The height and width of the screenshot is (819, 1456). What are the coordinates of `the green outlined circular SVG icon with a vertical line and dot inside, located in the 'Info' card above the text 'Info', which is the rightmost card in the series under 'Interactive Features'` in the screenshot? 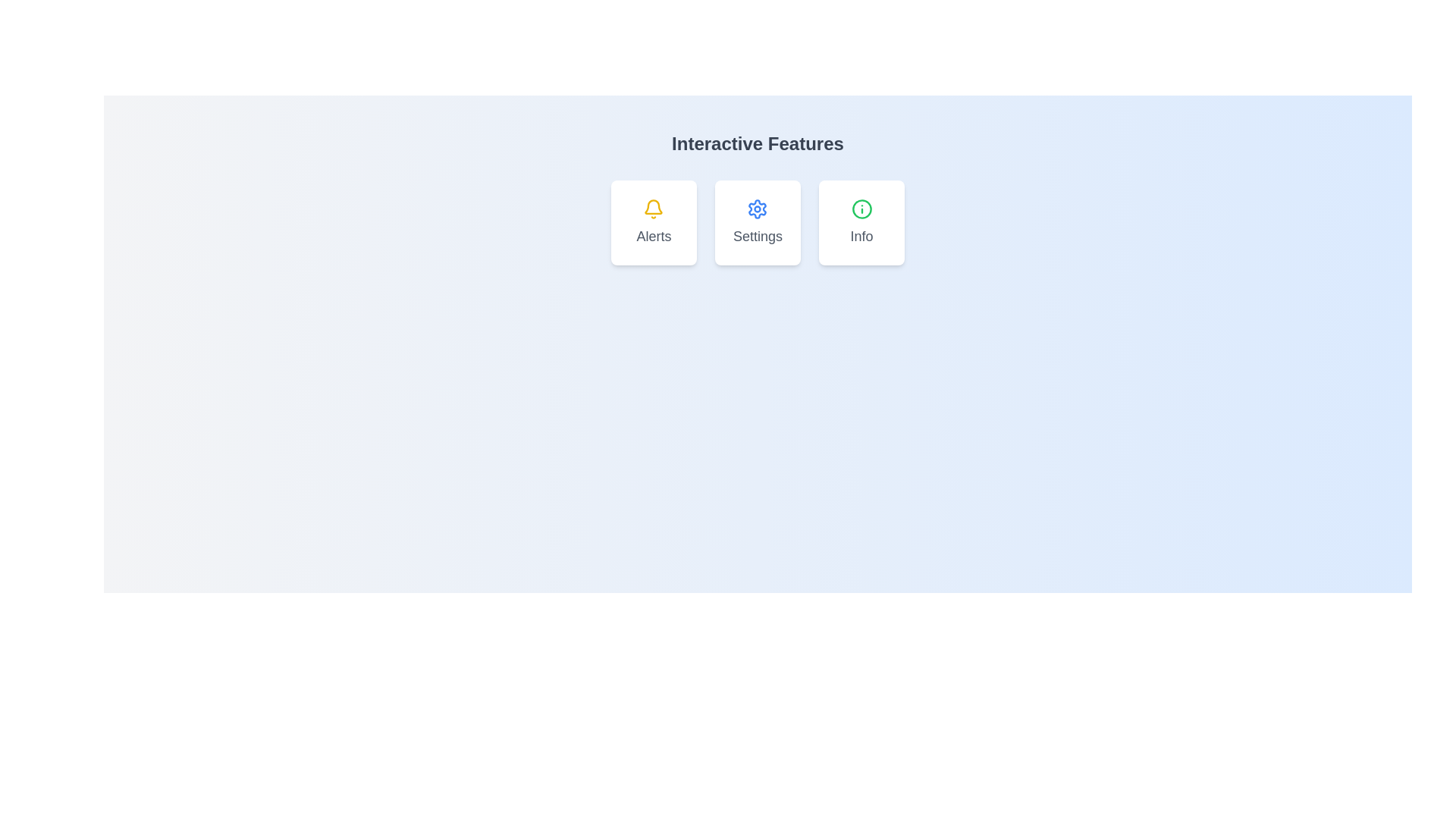 It's located at (861, 209).